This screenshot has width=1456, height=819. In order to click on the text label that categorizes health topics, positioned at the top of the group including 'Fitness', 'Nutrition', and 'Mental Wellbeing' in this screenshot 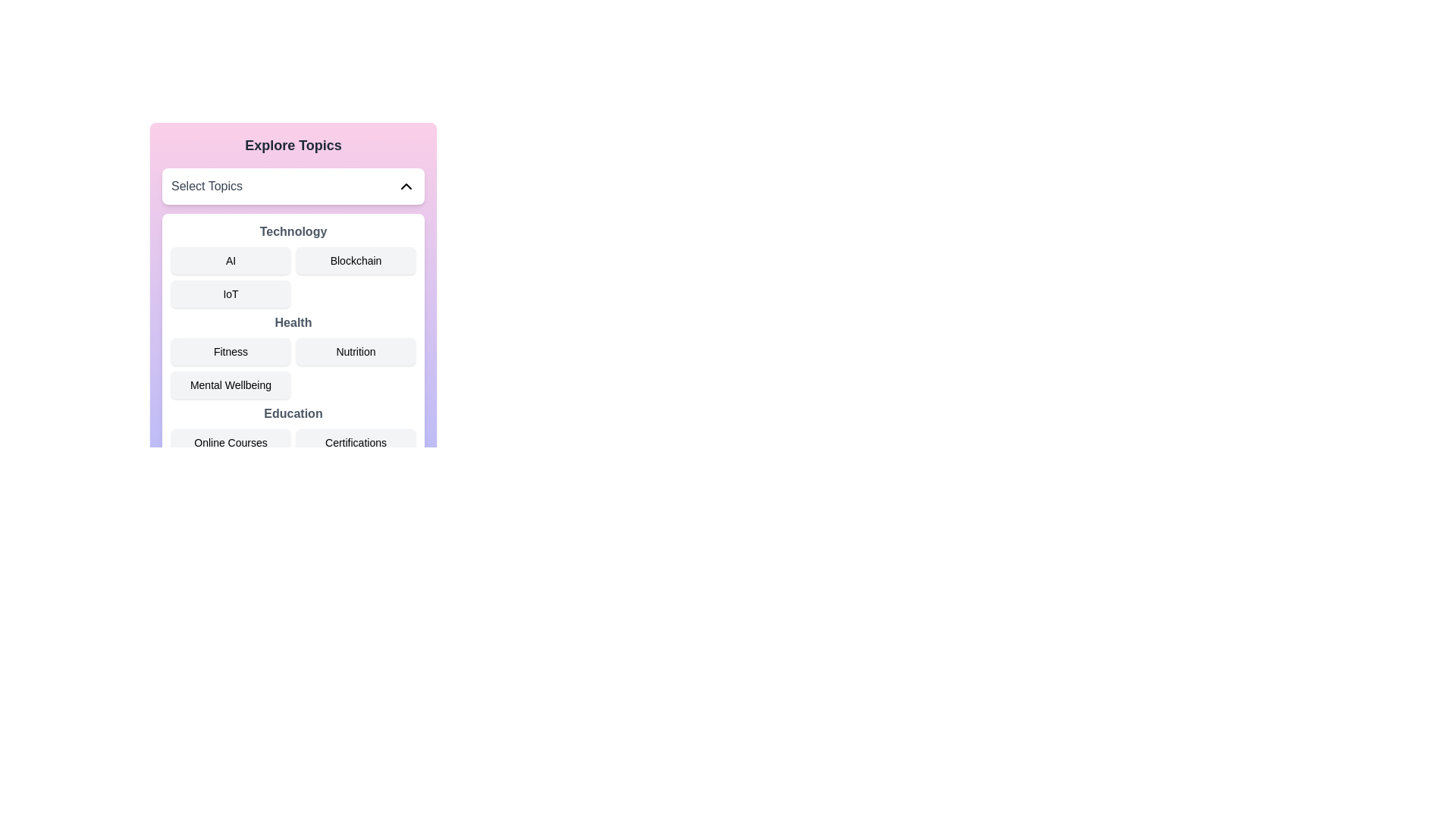, I will do `click(293, 322)`.